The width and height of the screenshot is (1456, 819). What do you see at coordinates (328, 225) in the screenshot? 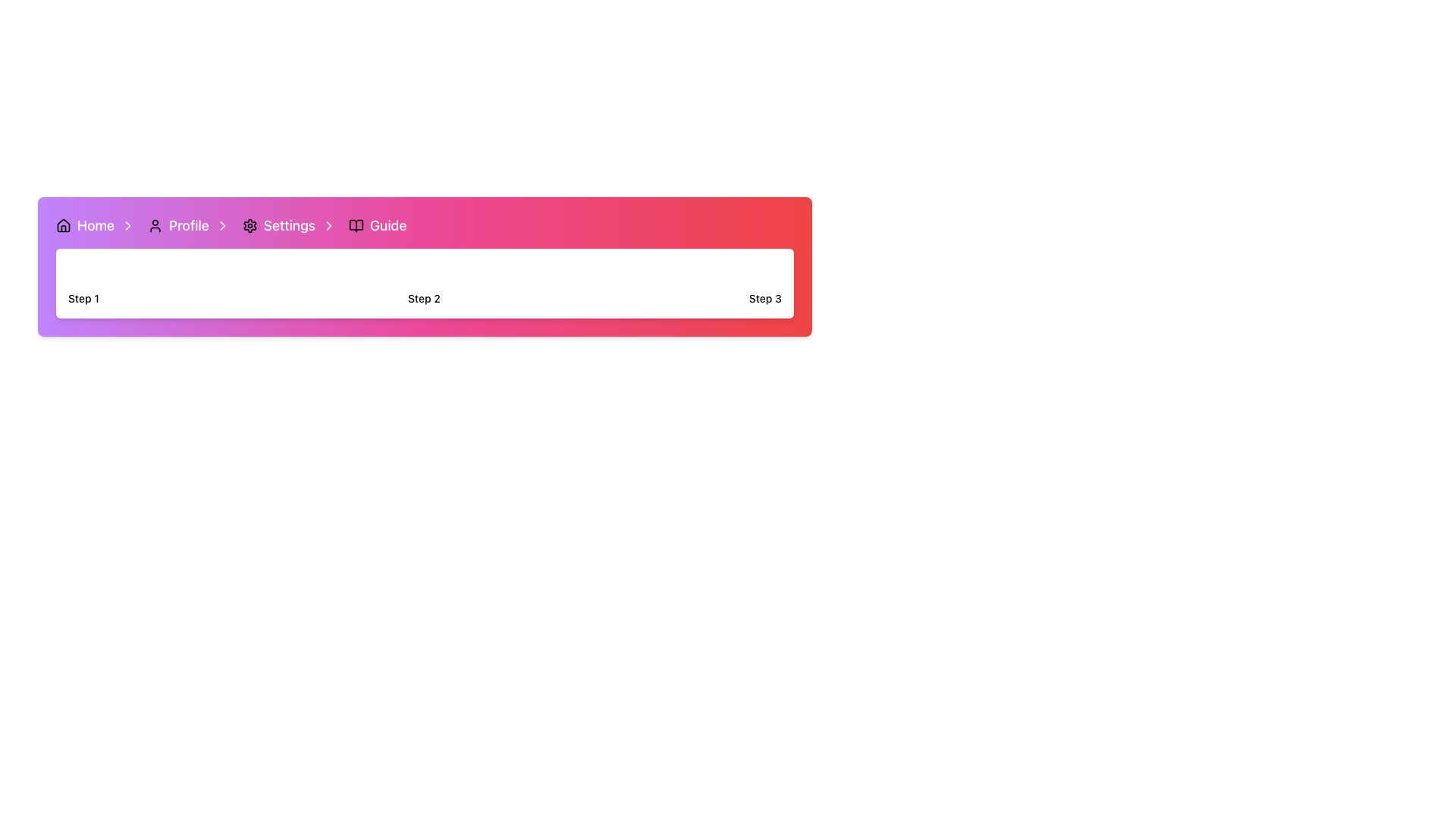
I see `the right-pointing chevron icon with a thin white outline that follows the 'Settings' text` at bounding box center [328, 225].